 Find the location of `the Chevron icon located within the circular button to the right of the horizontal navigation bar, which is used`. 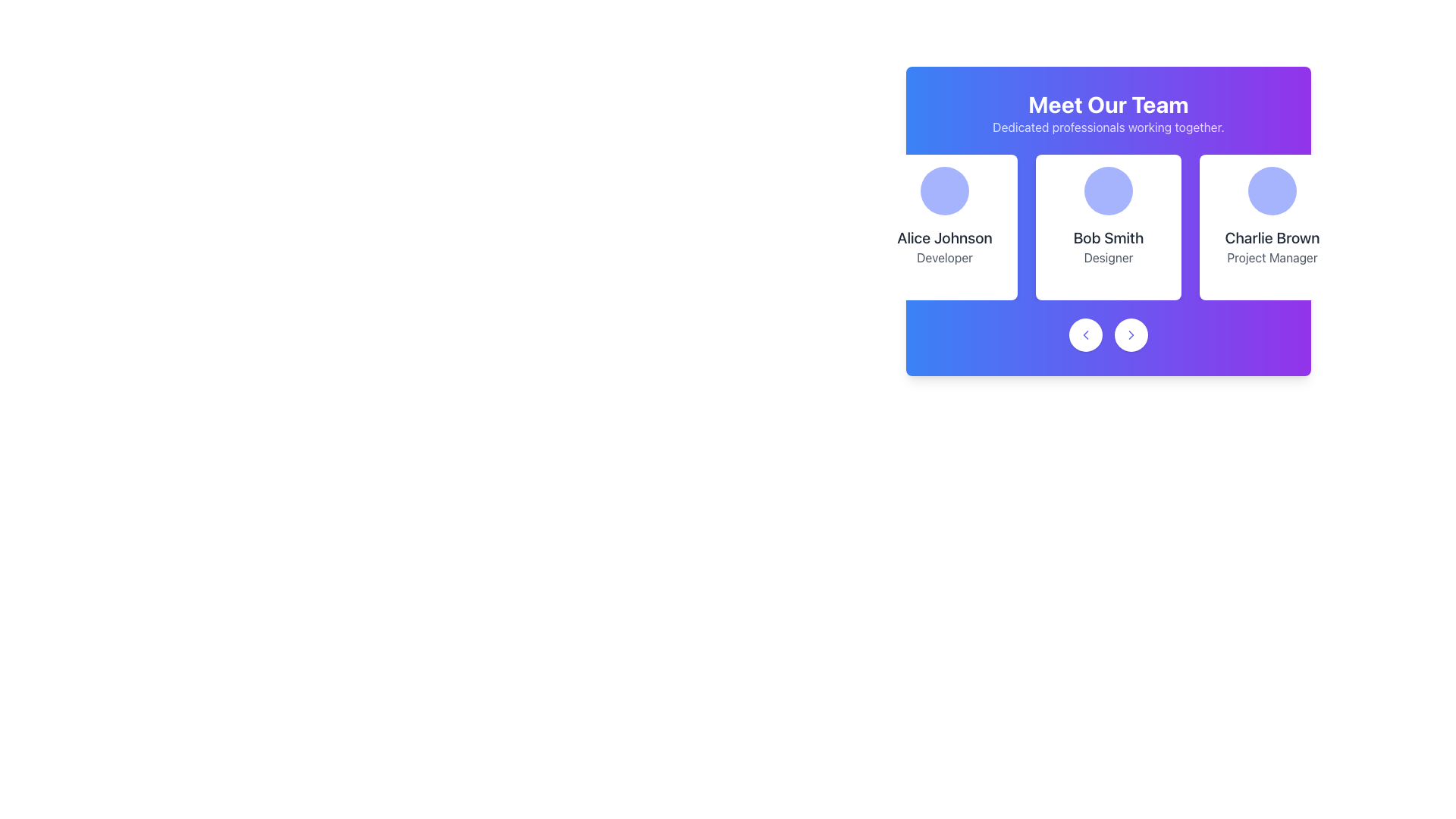

the Chevron icon located within the circular button to the right of the horizontal navigation bar, which is used is located at coordinates (1131, 334).